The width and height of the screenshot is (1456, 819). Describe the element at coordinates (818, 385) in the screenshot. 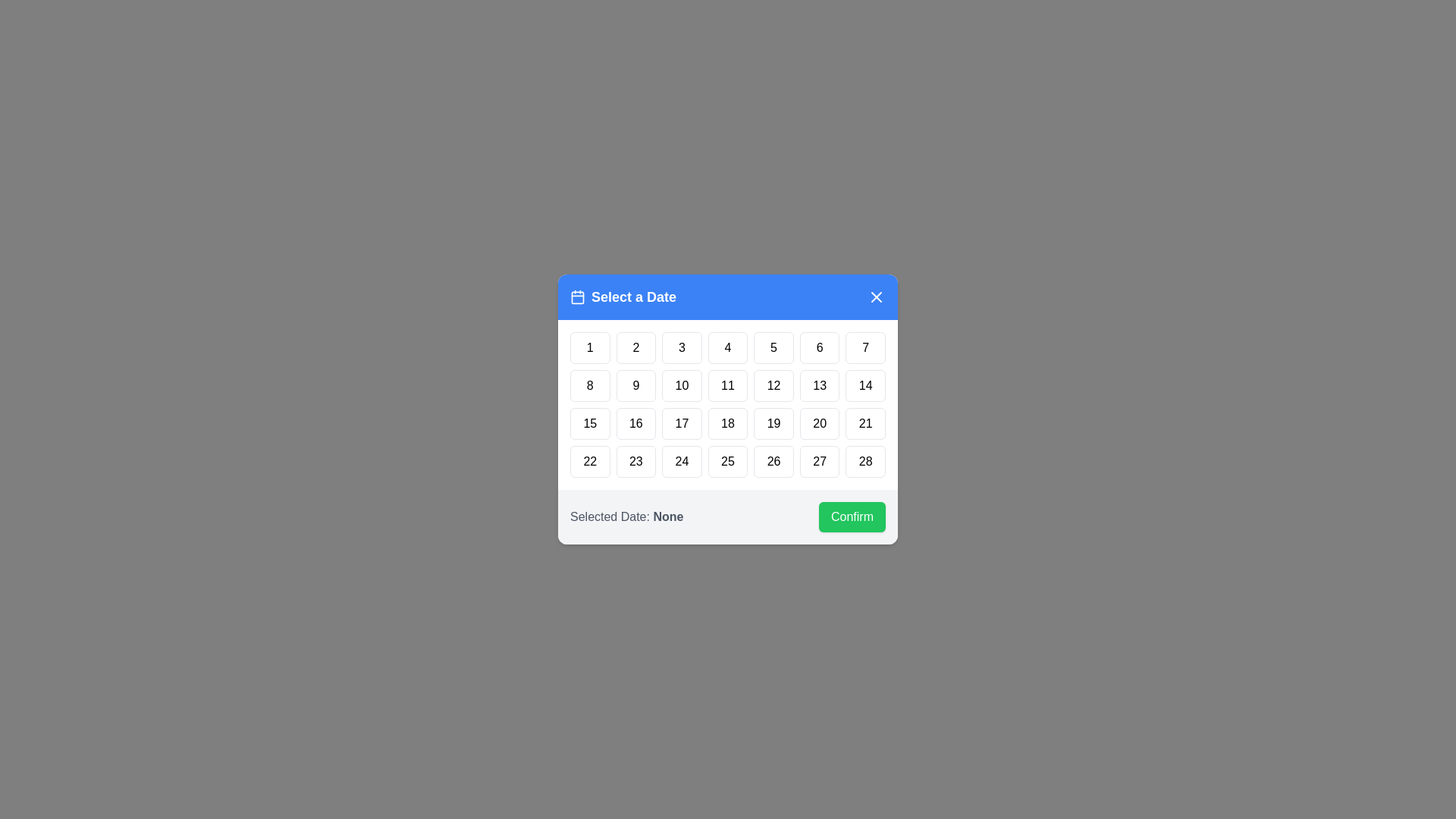

I see `the button representing the day 13 to select that date` at that location.